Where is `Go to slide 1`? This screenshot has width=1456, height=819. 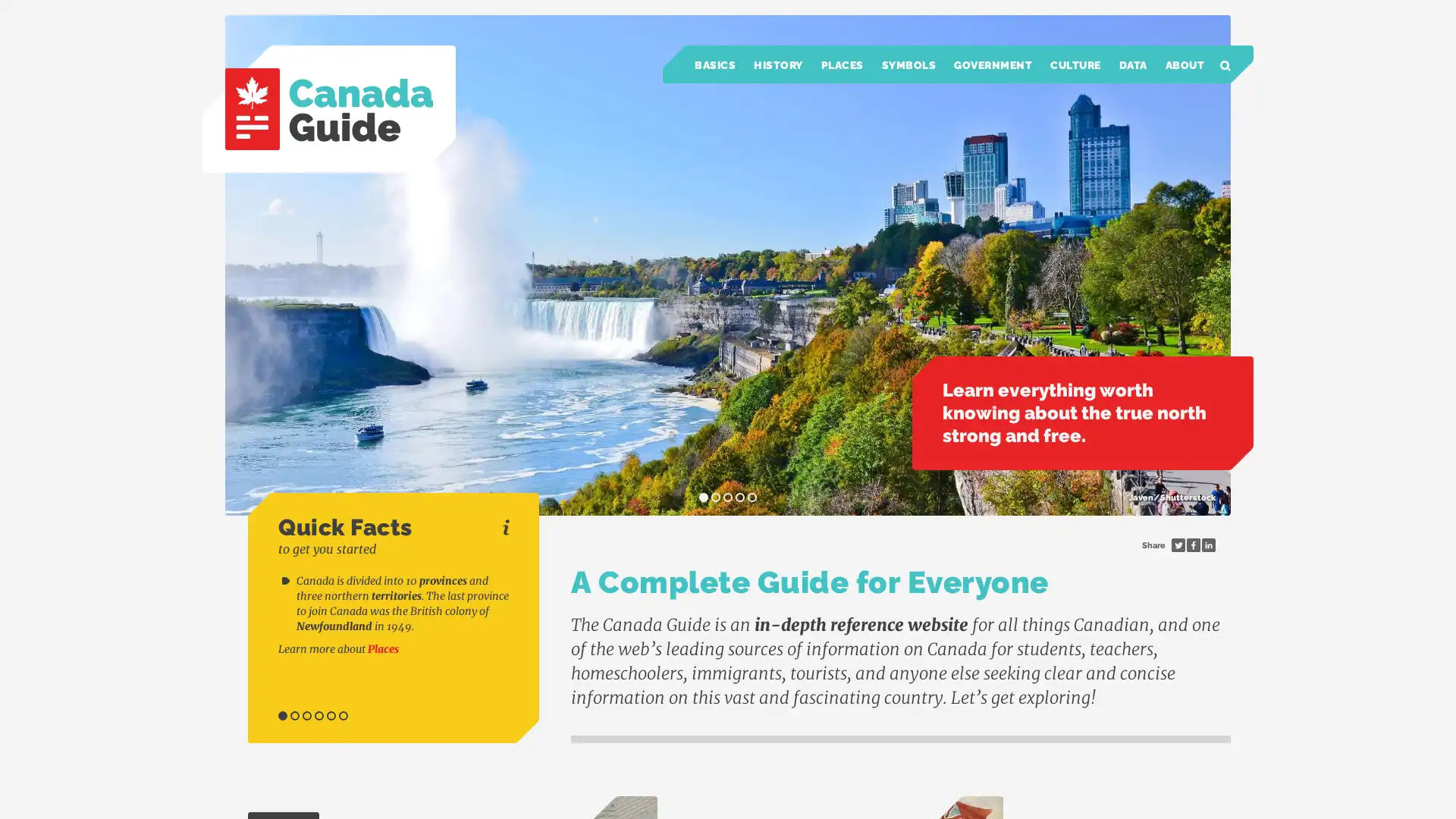
Go to slide 1 is located at coordinates (283, 716).